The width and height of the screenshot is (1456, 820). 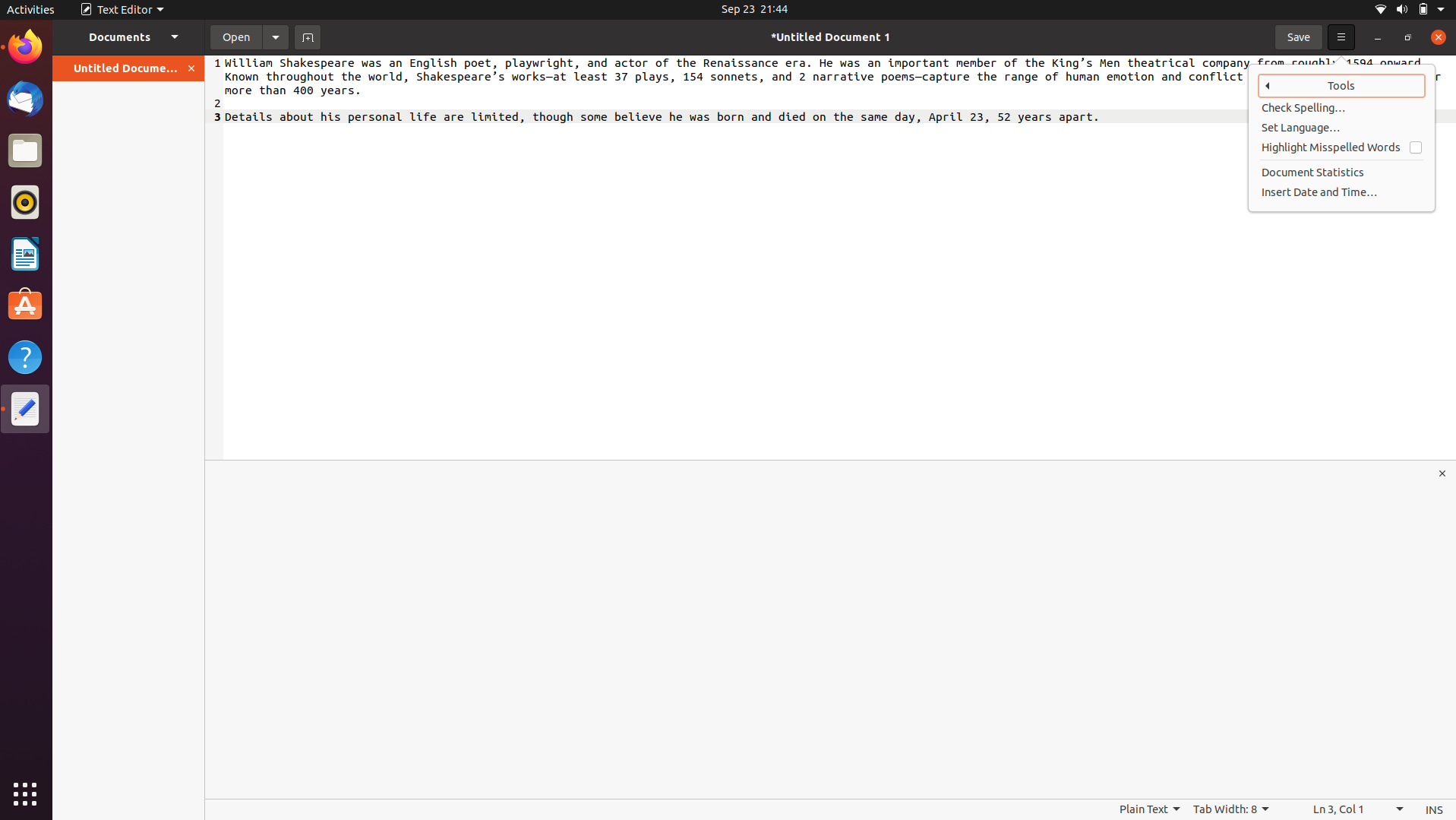 What do you see at coordinates (1342, 191) in the screenshot?
I see `Inject today"s date and the current time` at bounding box center [1342, 191].